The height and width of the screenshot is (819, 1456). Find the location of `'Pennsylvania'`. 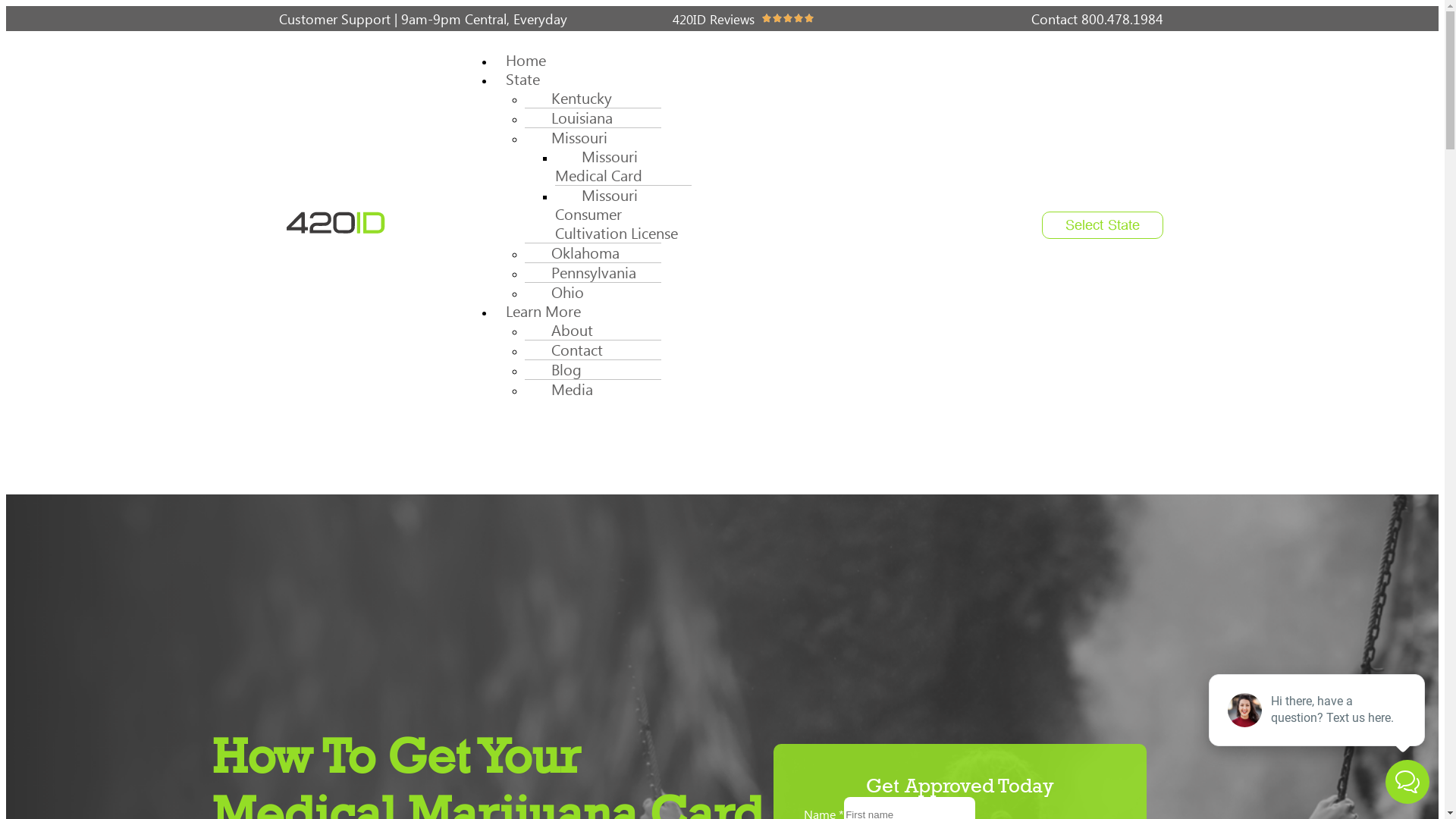

'Pennsylvania' is located at coordinates (524, 271).